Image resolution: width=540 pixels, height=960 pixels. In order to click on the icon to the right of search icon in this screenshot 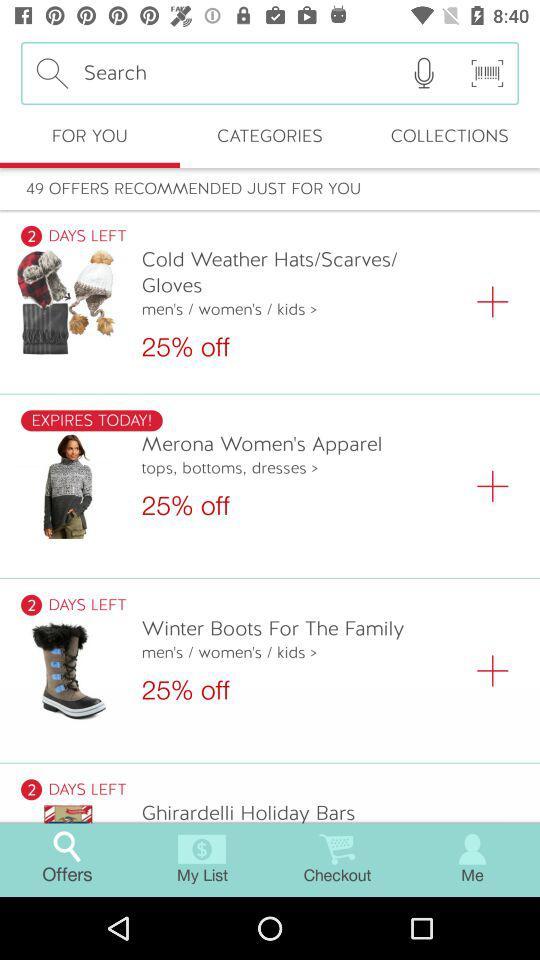, I will do `click(423, 73)`.